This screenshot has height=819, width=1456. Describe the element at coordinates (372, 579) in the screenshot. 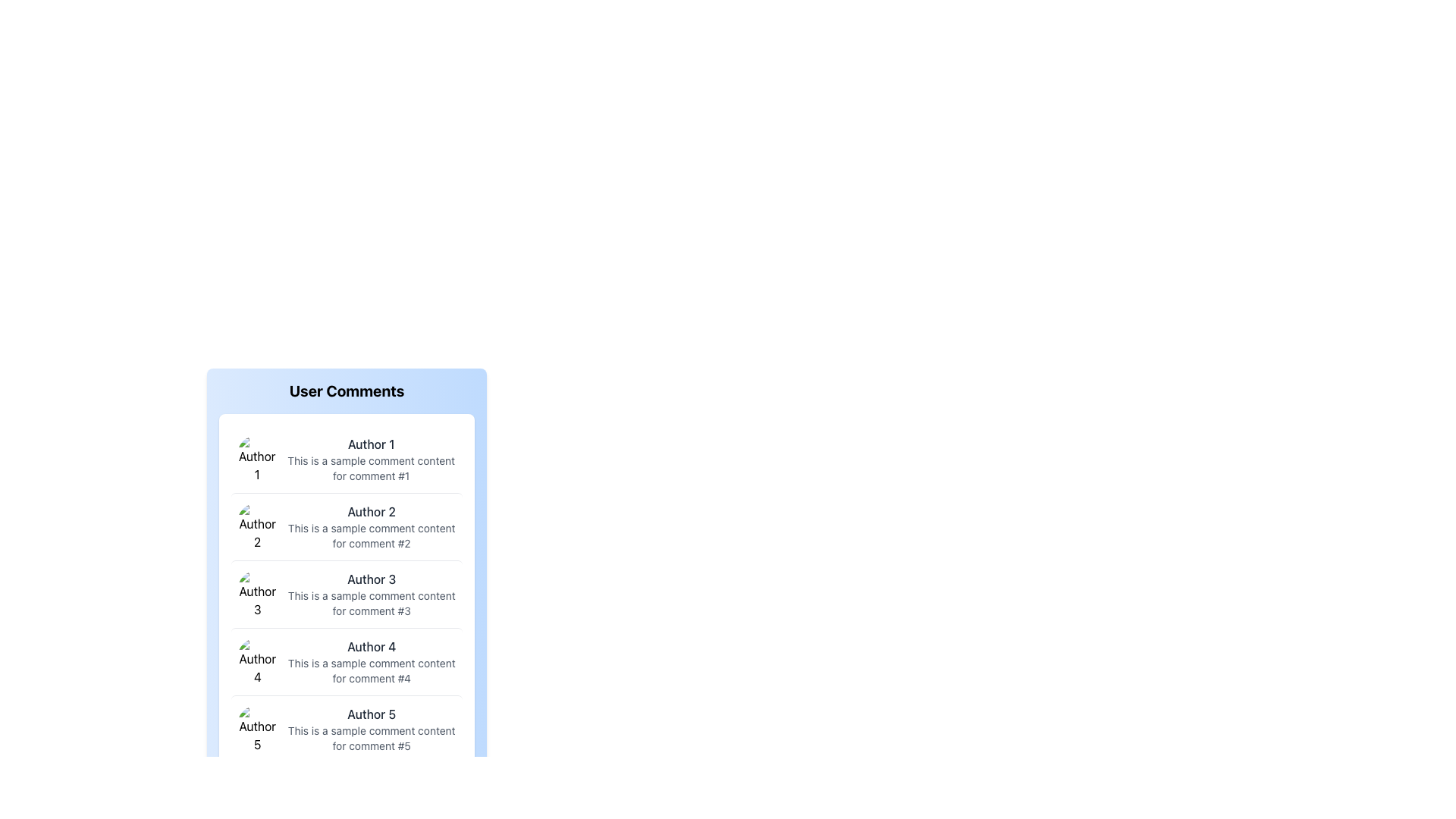

I see `the text label 'Author 3', which is styled in bold and dark-gray color, indicating the author of the third comment in the user comment section` at that location.